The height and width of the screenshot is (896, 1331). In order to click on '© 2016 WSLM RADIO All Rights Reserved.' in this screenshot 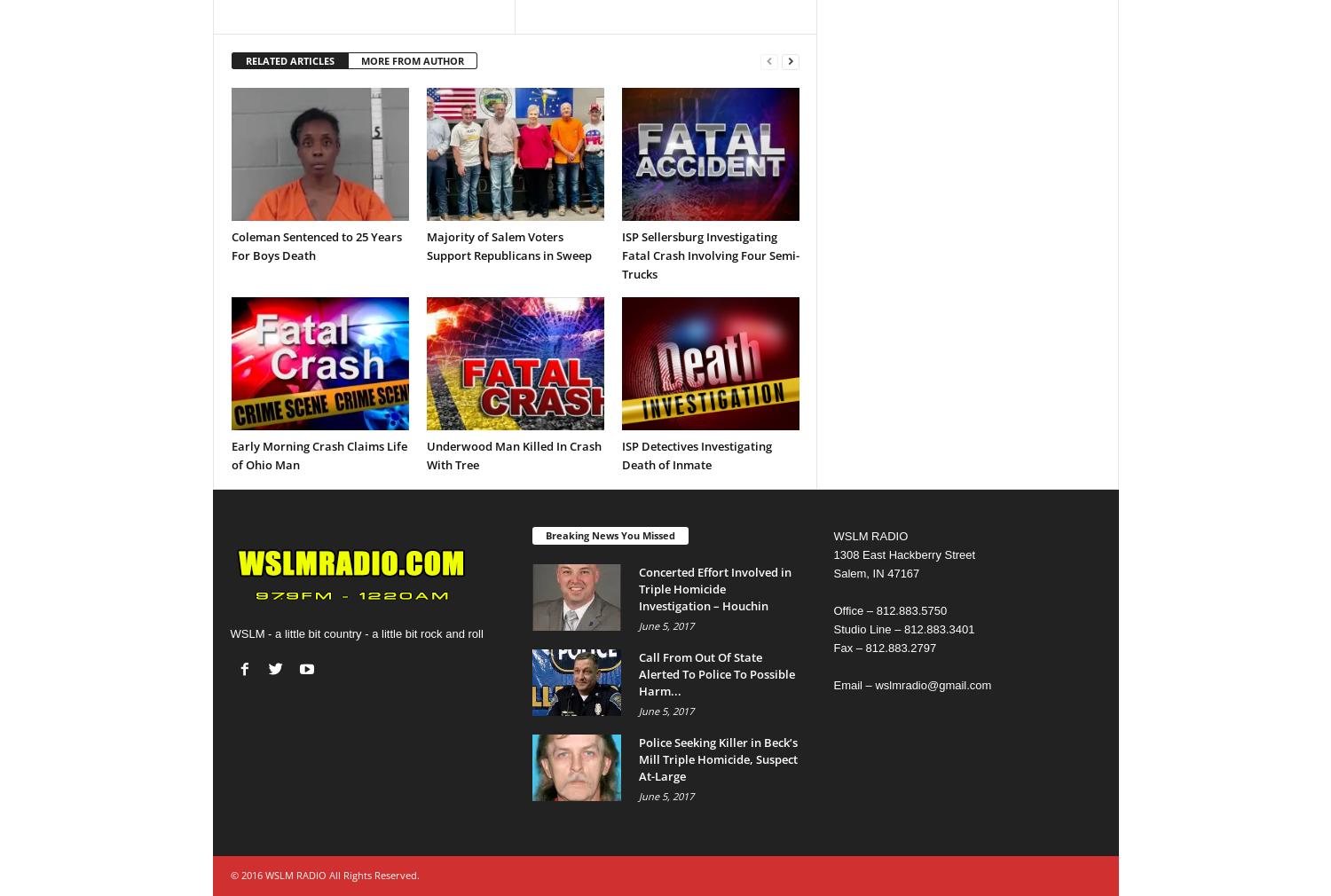, I will do `click(323, 874)`.